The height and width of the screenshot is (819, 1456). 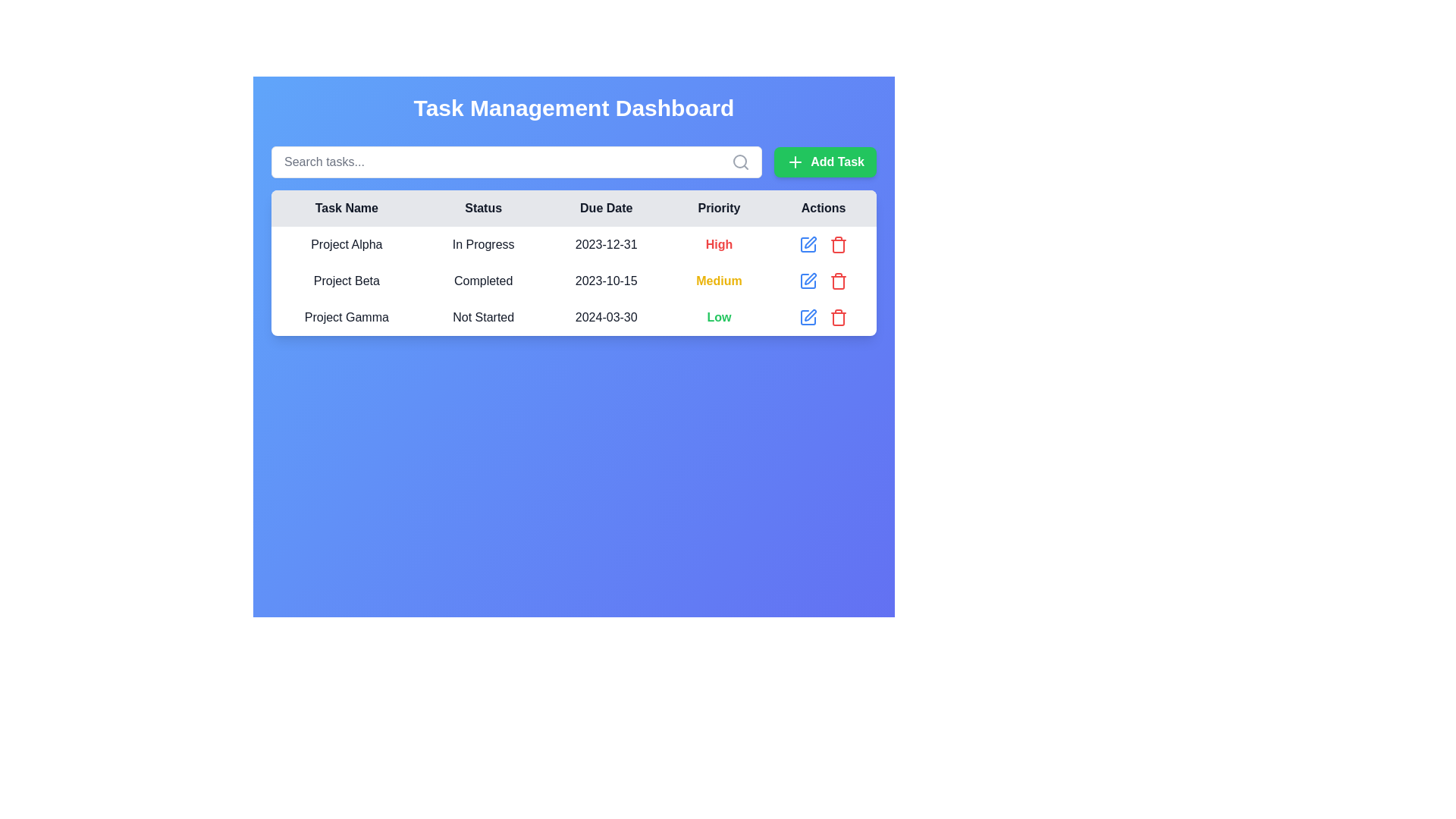 I want to click on the 'Project Gamma' text label located in the first column of the third row of the table under the 'Task Name' header, so click(x=346, y=317).